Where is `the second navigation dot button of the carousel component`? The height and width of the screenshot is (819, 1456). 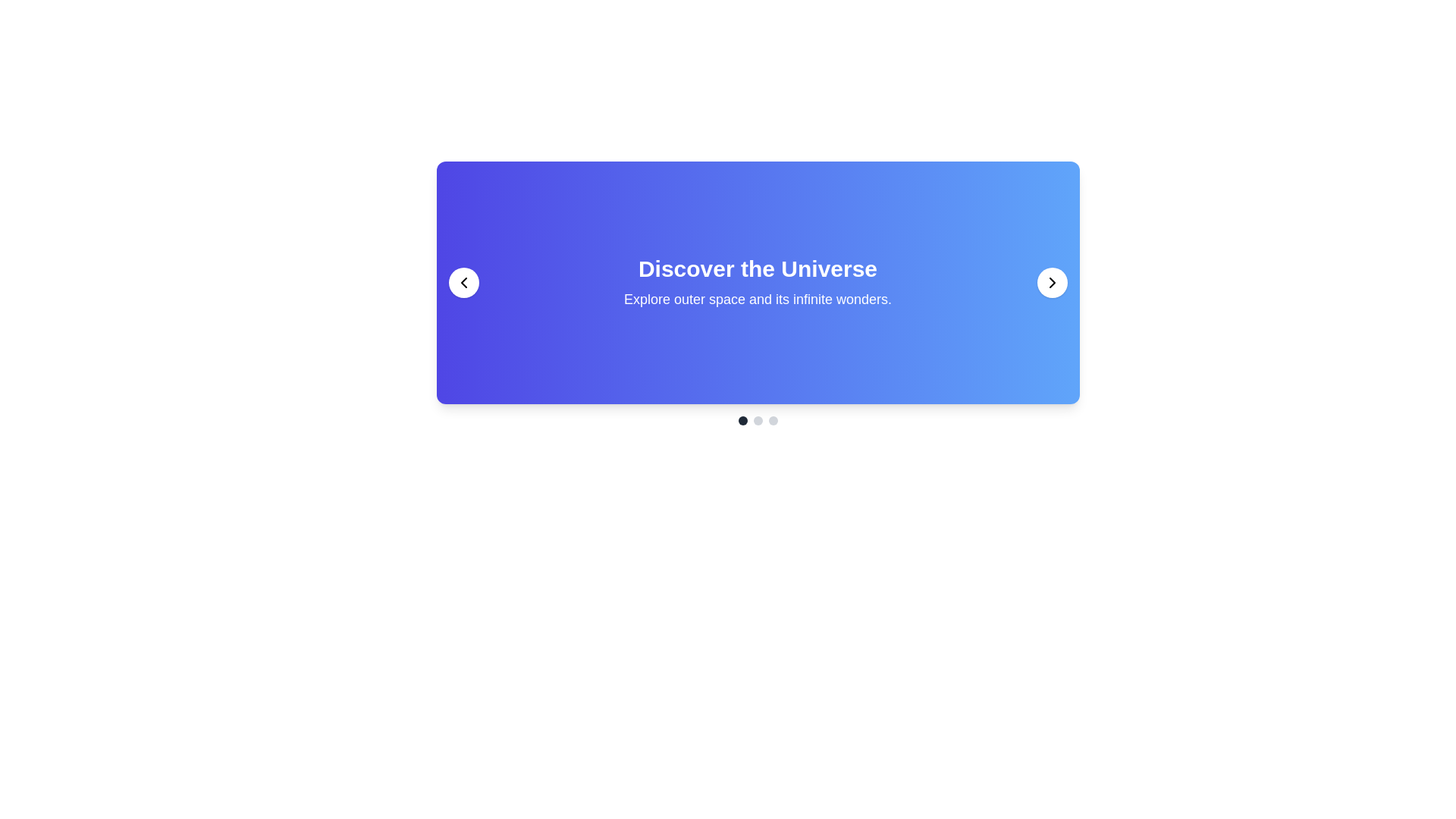
the second navigation dot button of the carousel component is located at coordinates (758, 421).